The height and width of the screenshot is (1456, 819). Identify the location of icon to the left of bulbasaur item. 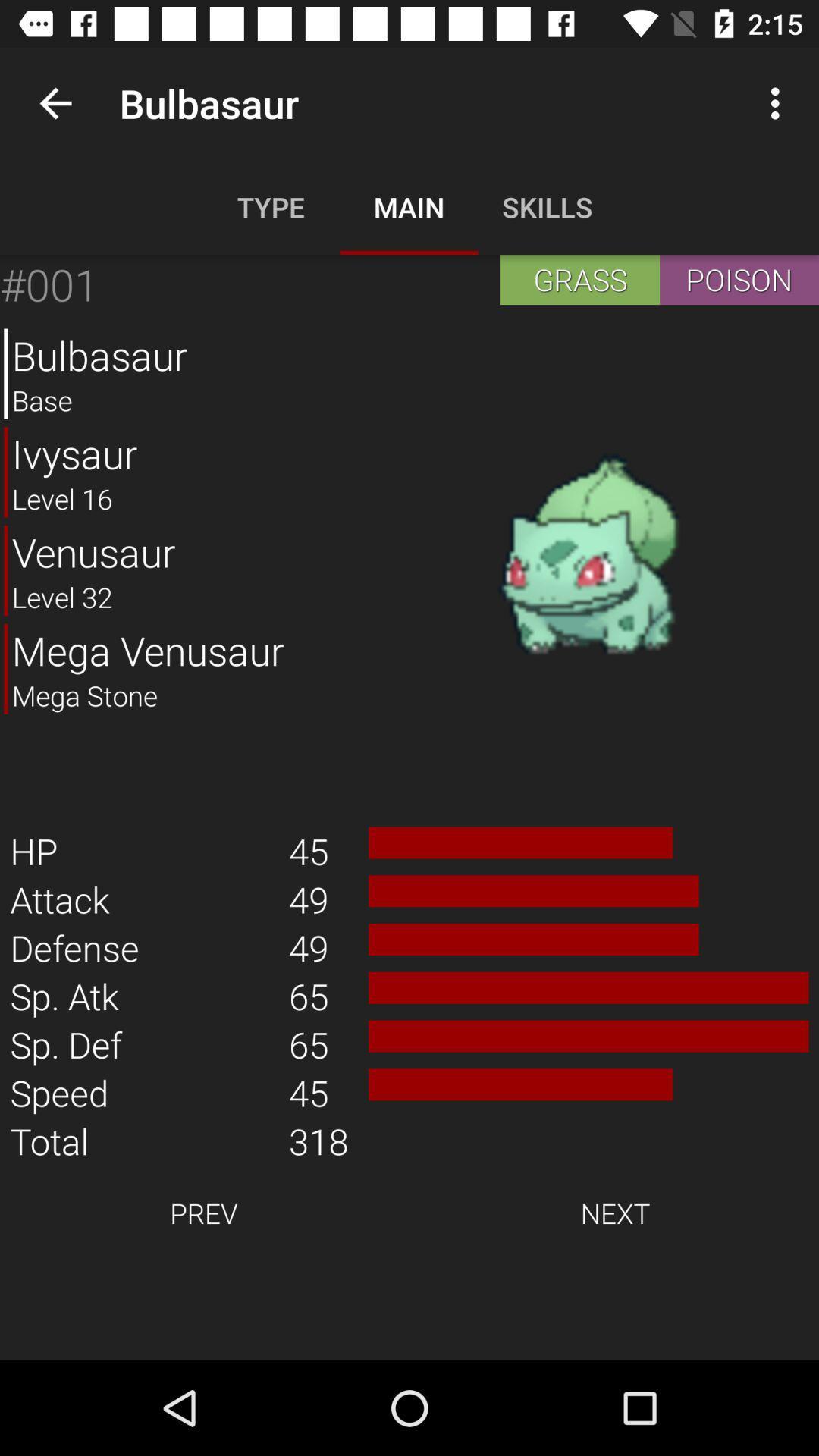
(55, 102).